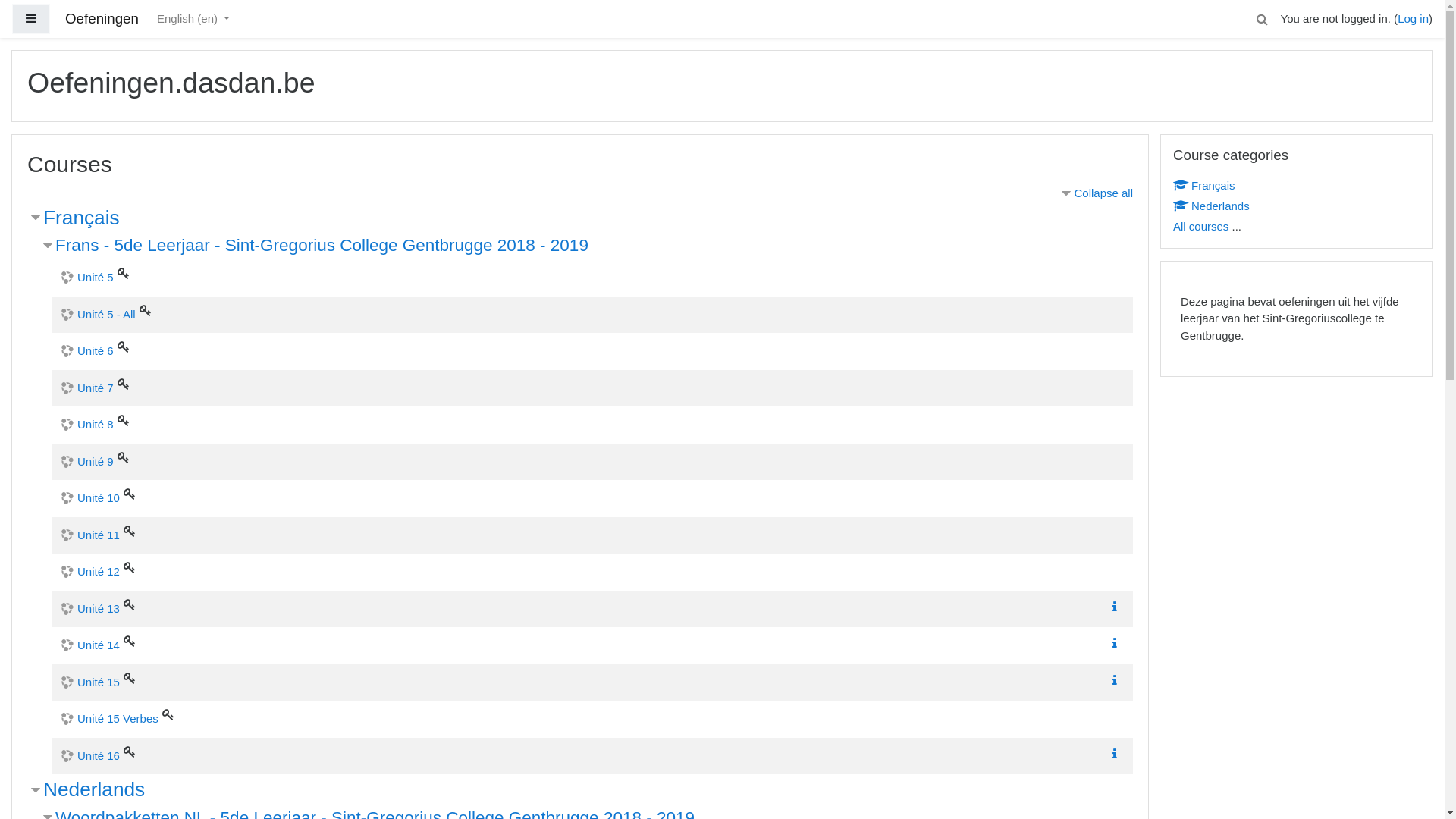  What do you see at coordinates (124, 677) in the screenshot?
I see `'Self enrolment'` at bounding box center [124, 677].